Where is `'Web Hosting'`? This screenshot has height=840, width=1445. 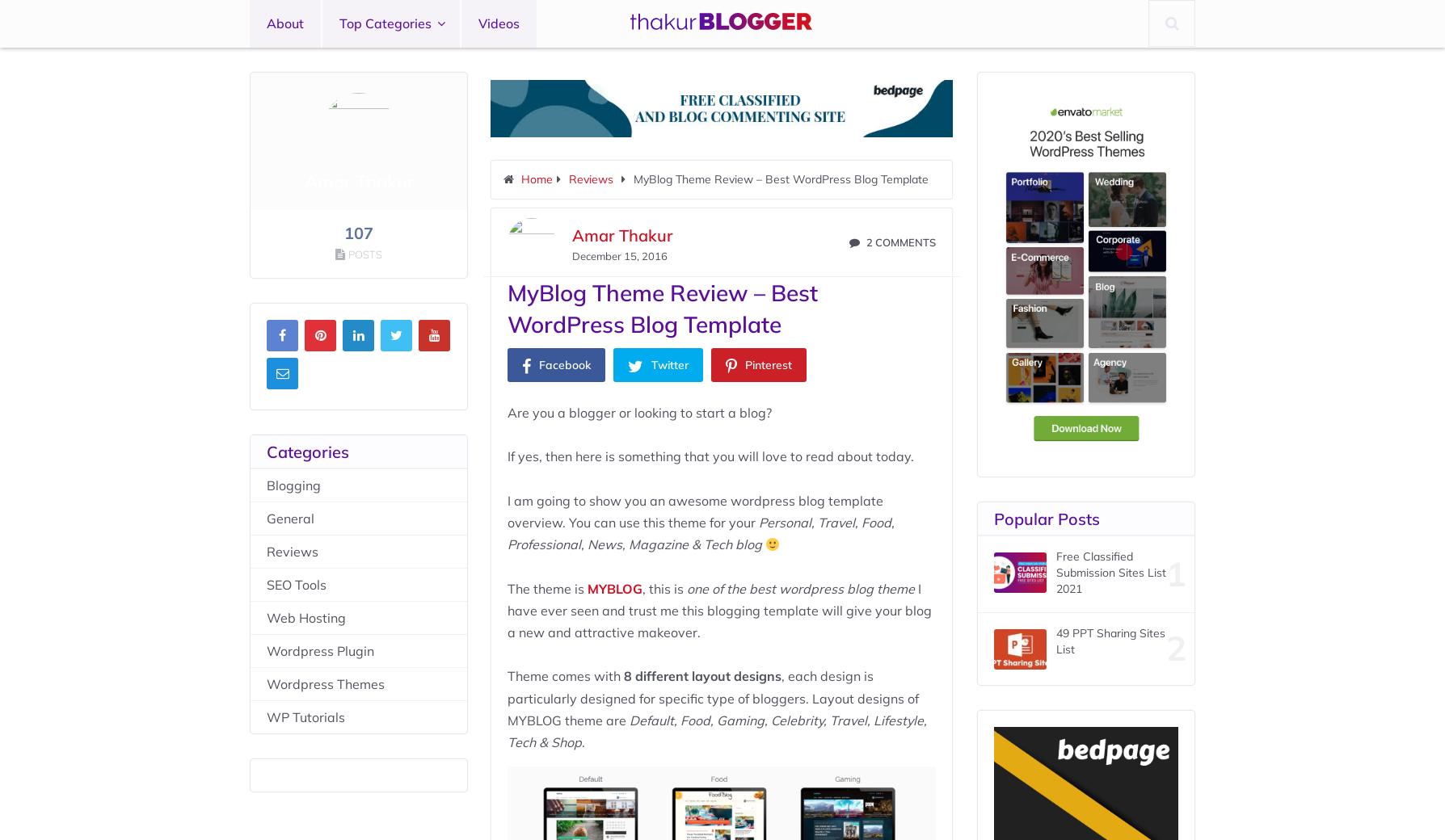
'Web Hosting' is located at coordinates (266, 618).